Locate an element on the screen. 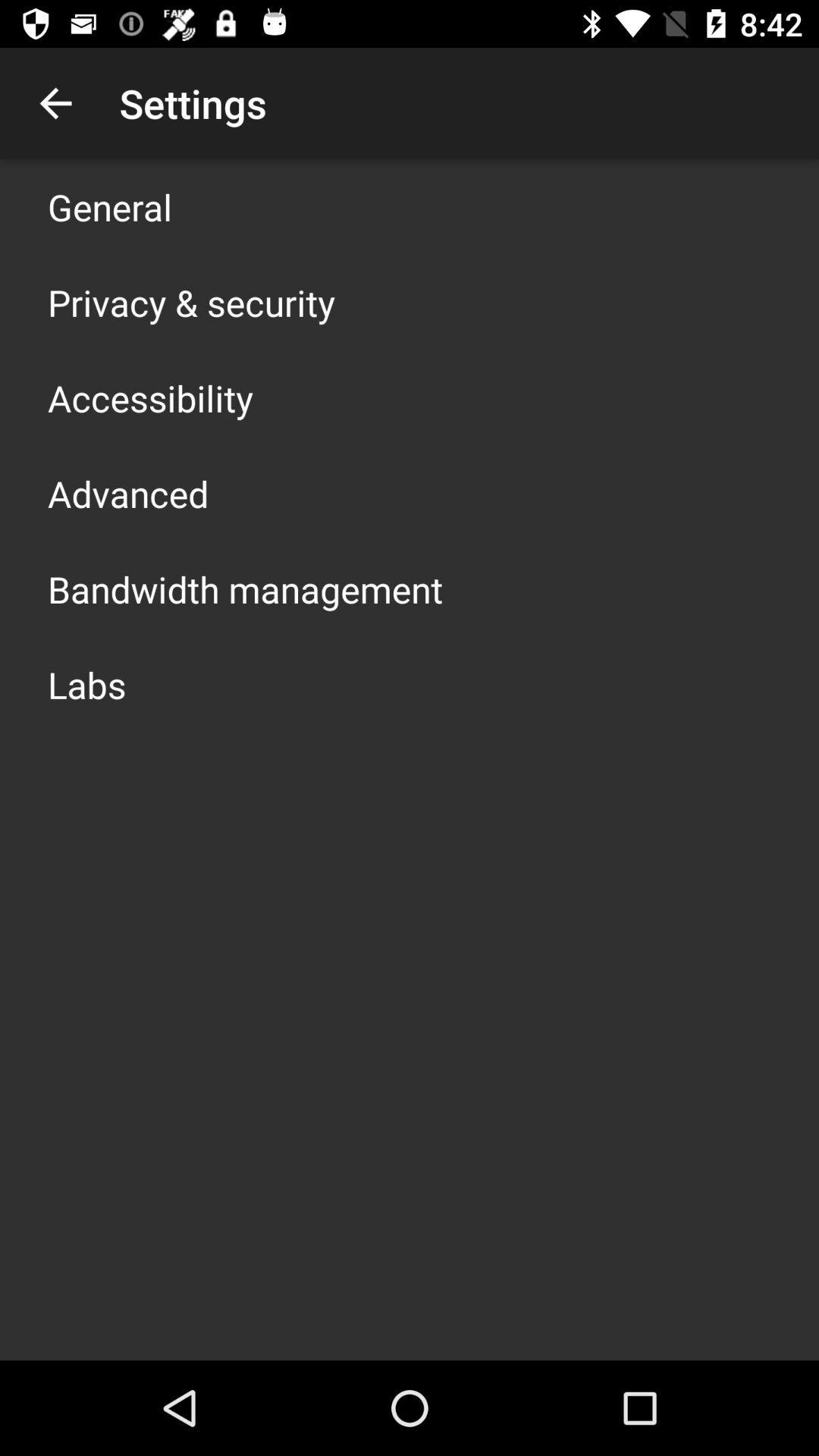 The width and height of the screenshot is (819, 1456). the app above the bandwidth management icon is located at coordinates (127, 494).